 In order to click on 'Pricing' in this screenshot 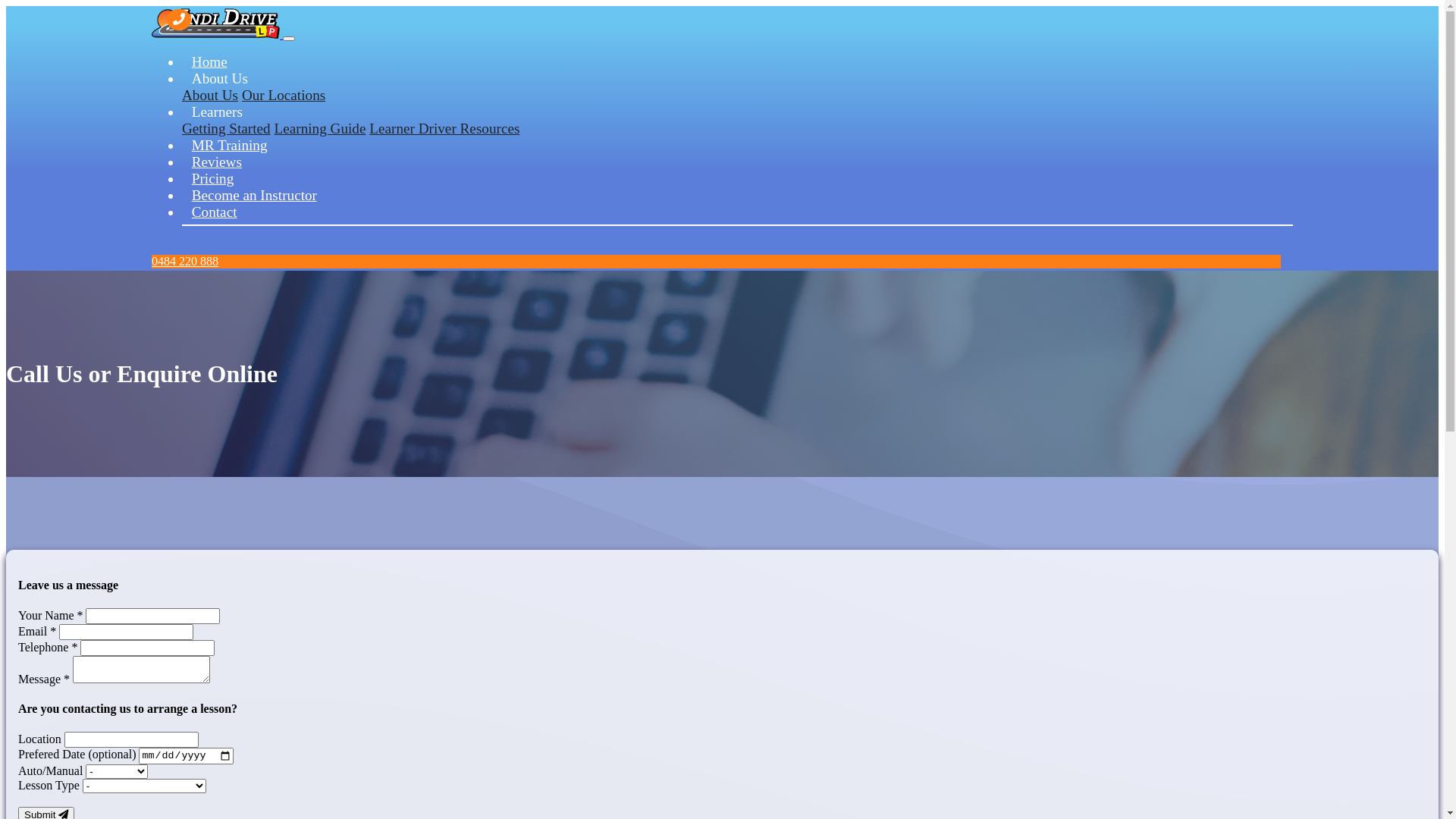, I will do `click(212, 177)`.